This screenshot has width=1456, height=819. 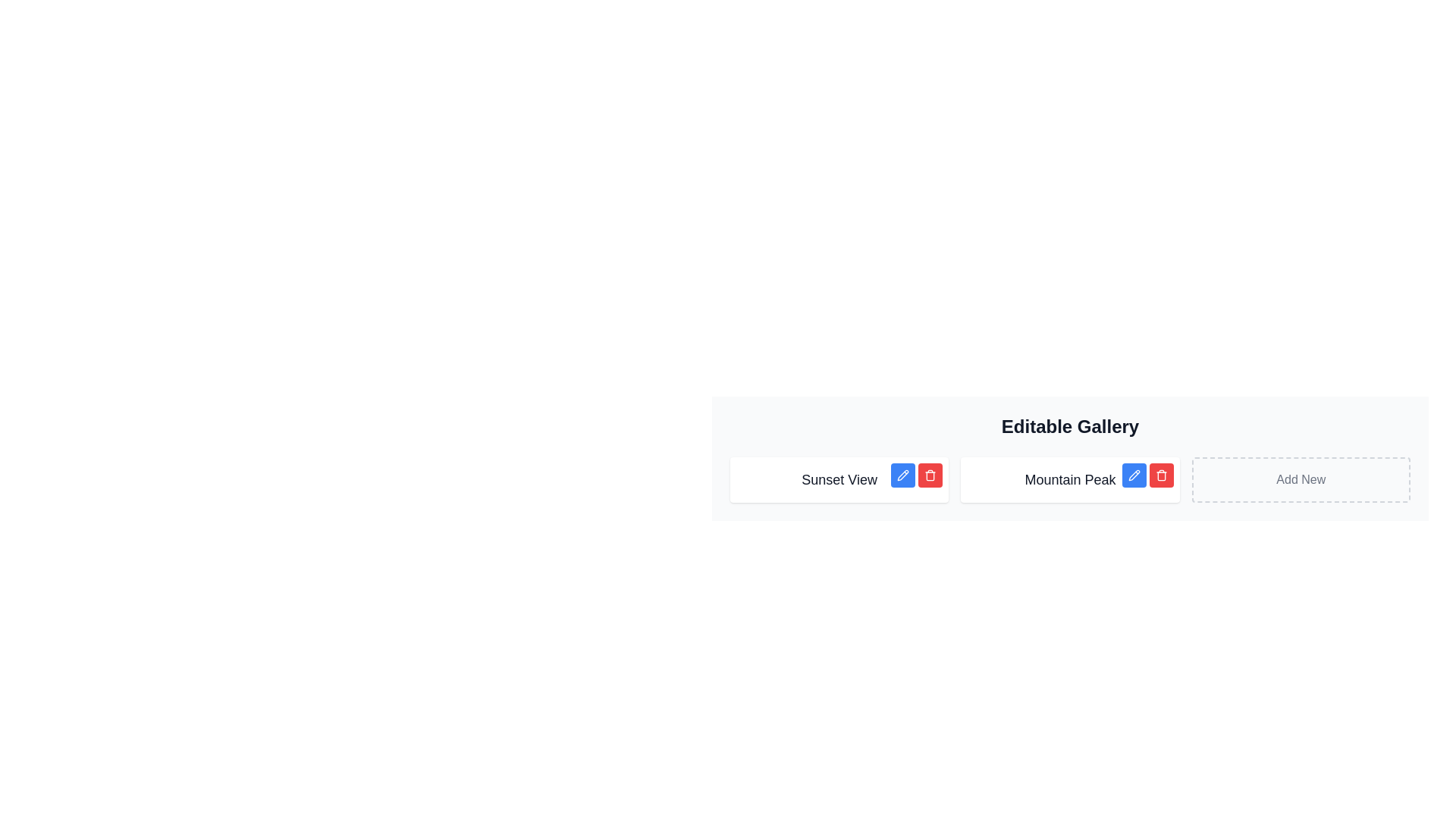 What do you see at coordinates (1134, 475) in the screenshot?
I see `the pencil icon within the 'Mountain Peak' button` at bounding box center [1134, 475].